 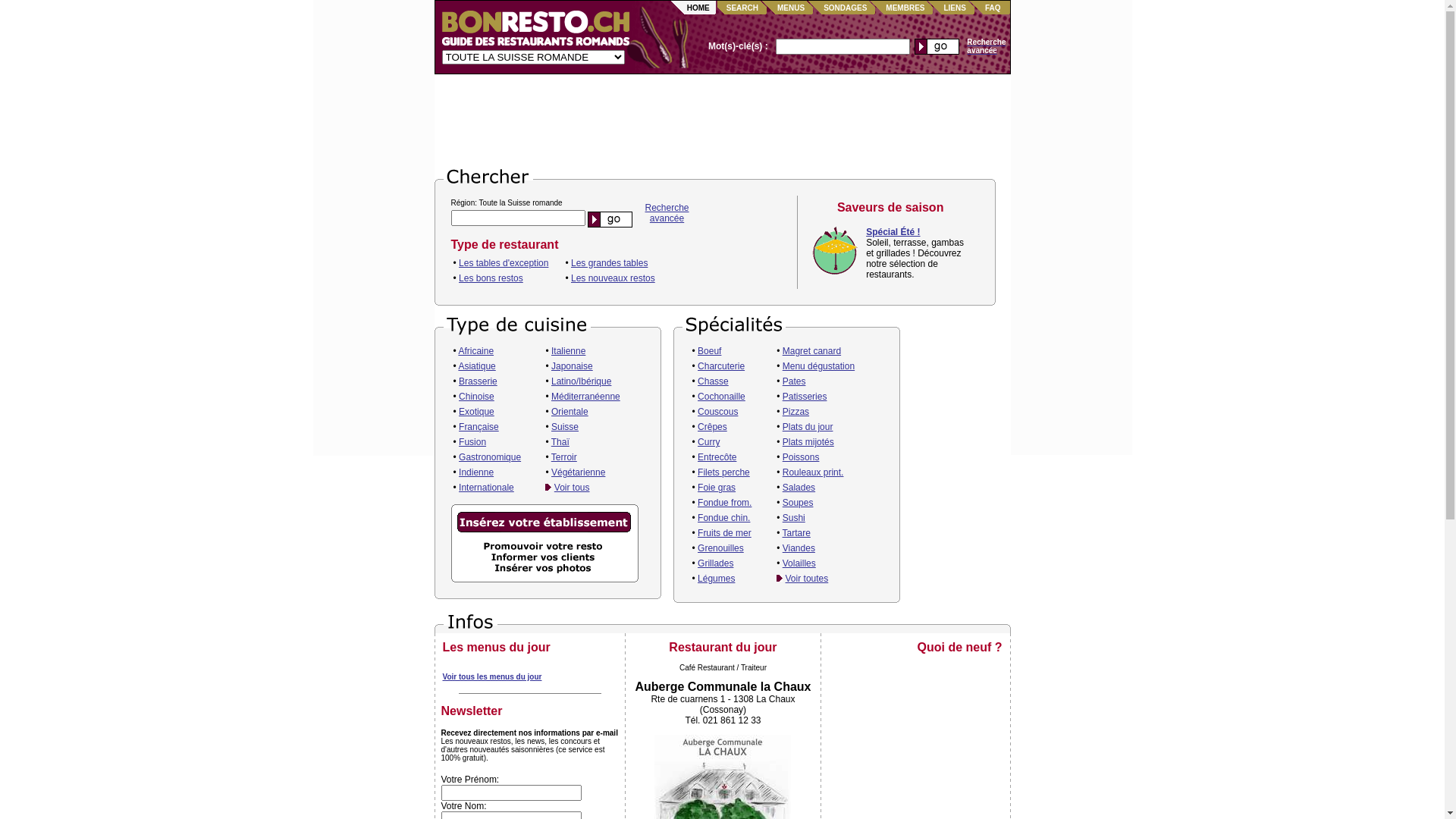 What do you see at coordinates (783, 427) in the screenshot?
I see `'Plats du jour'` at bounding box center [783, 427].